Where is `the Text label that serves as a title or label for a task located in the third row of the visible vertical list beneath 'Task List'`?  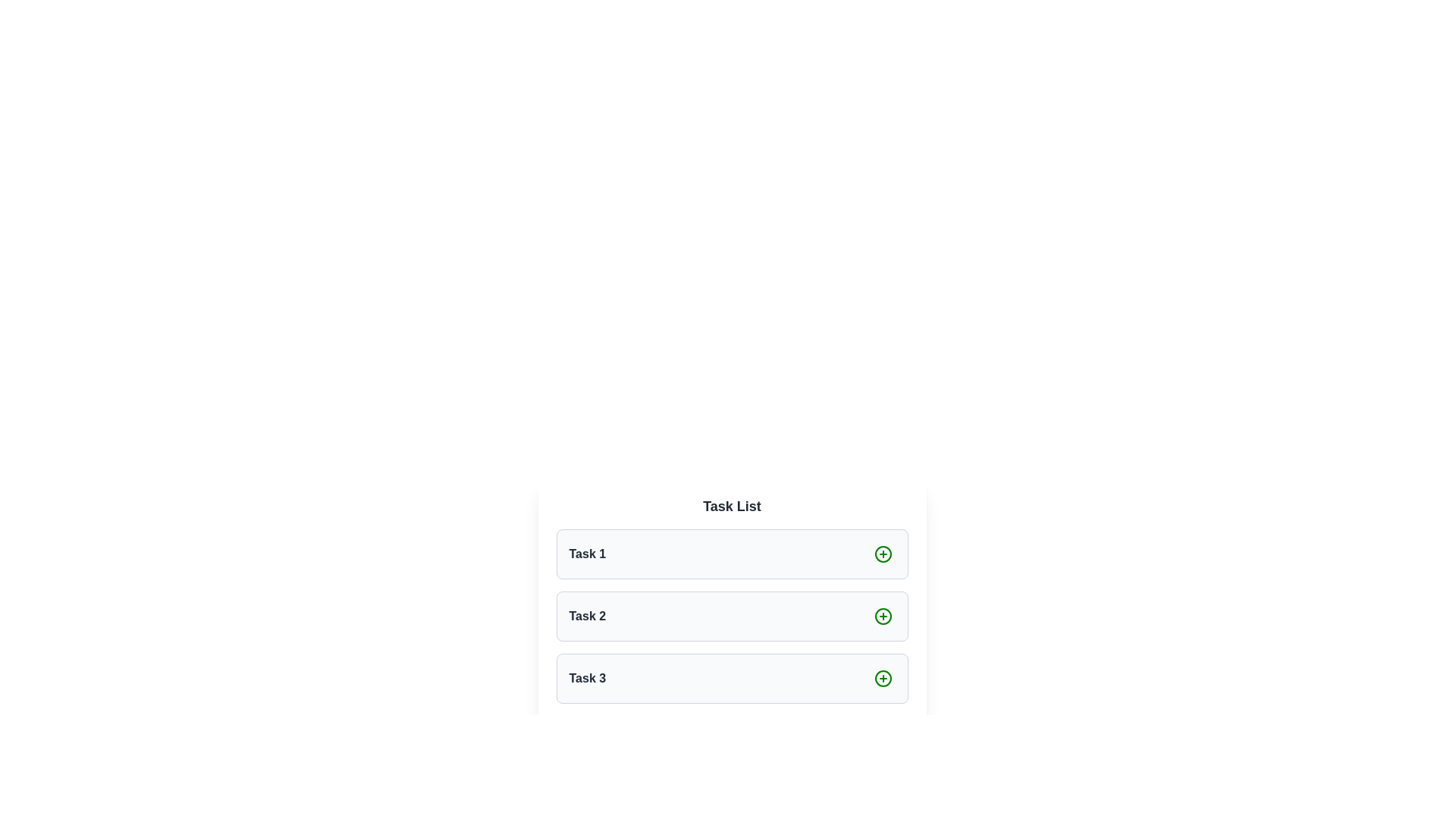 the Text label that serves as a title or label for a task located in the third row of the visible vertical list beneath 'Task List' is located at coordinates (586, 677).